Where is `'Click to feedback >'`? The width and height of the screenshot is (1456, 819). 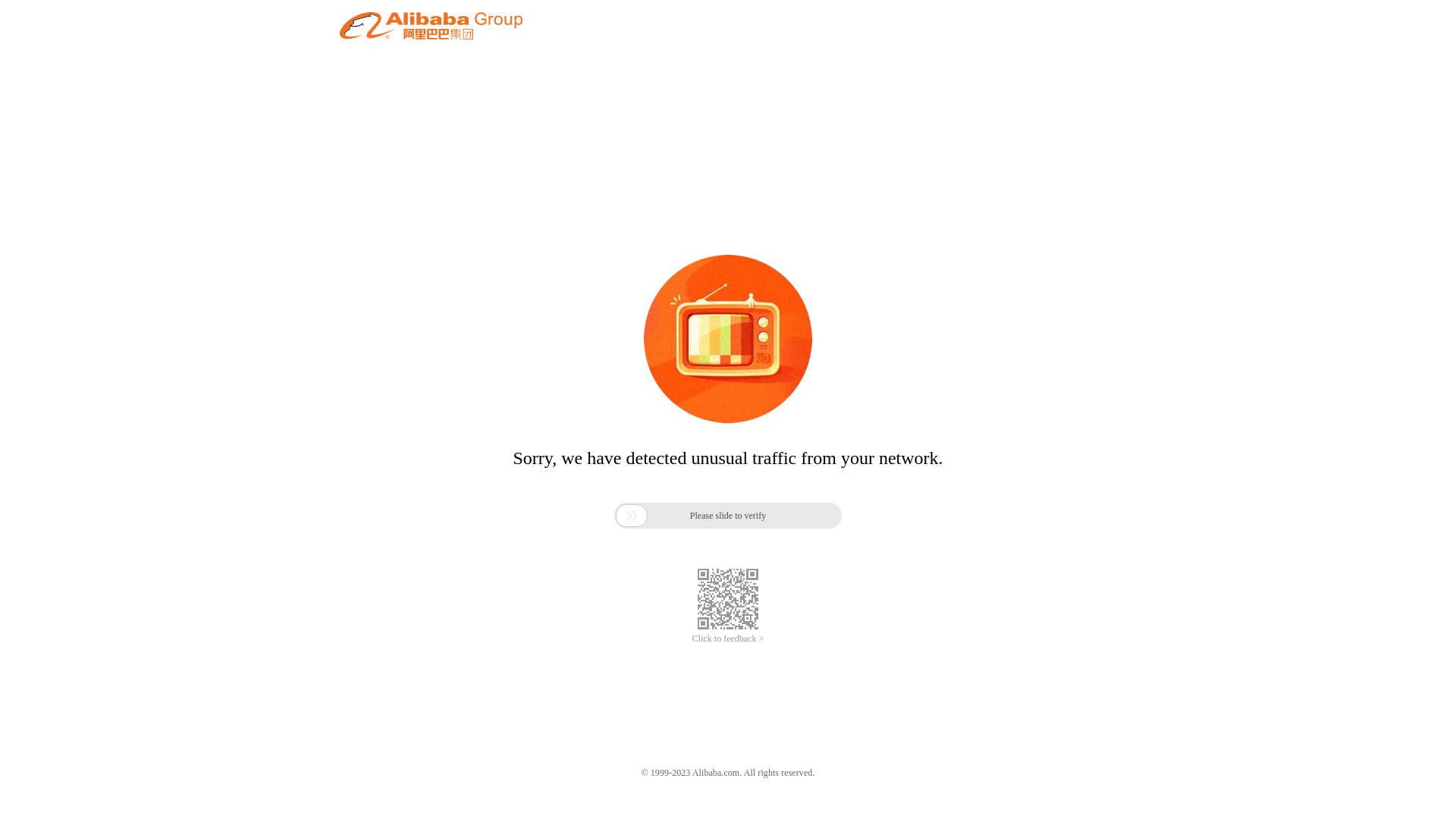
'Click to feedback >' is located at coordinates (691, 639).